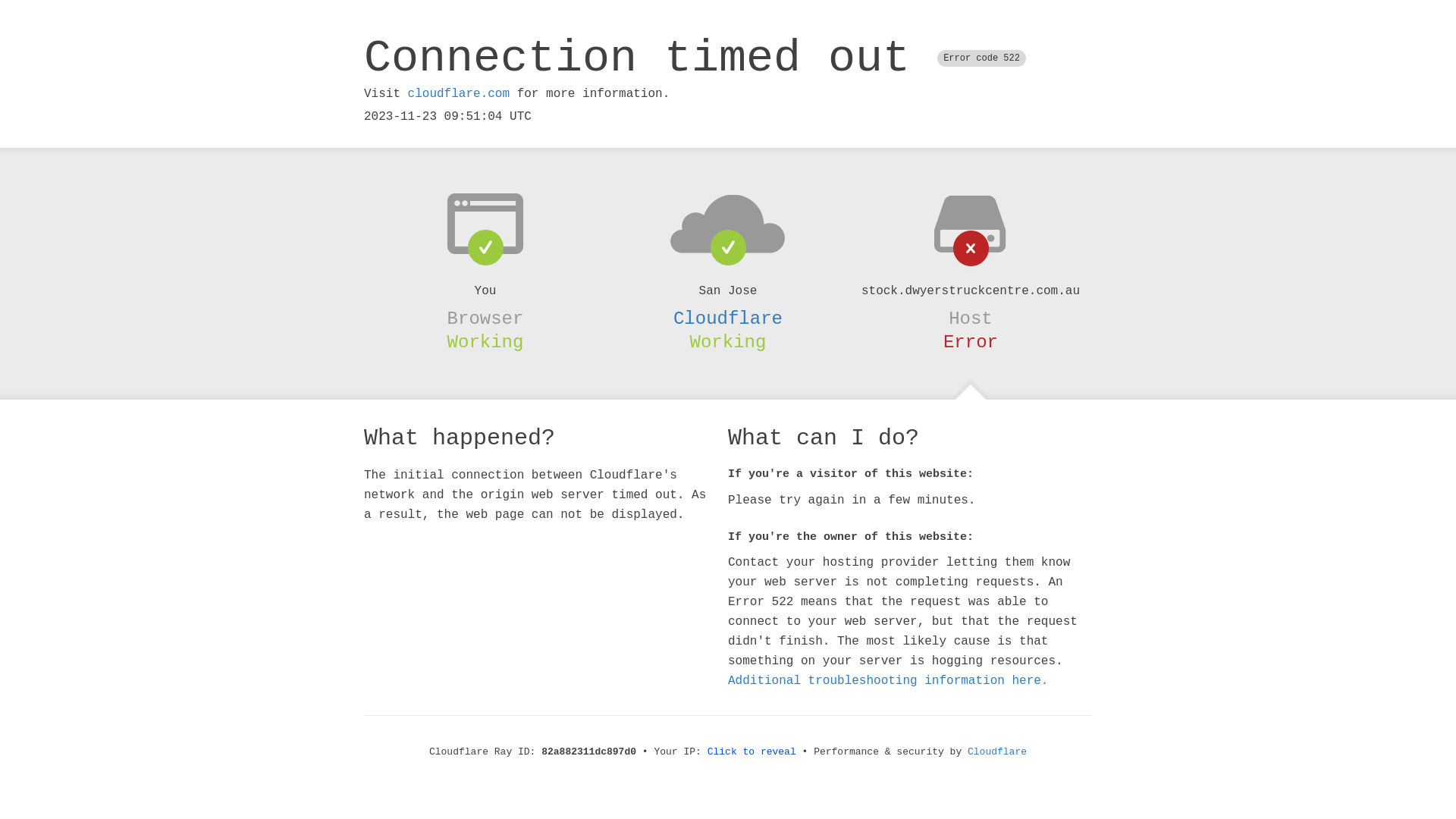 This screenshot has width=1456, height=819. What do you see at coordinates (706, 752) in the screenshot?
I see `'Click to reveal'` at bounding box center [706, 752].